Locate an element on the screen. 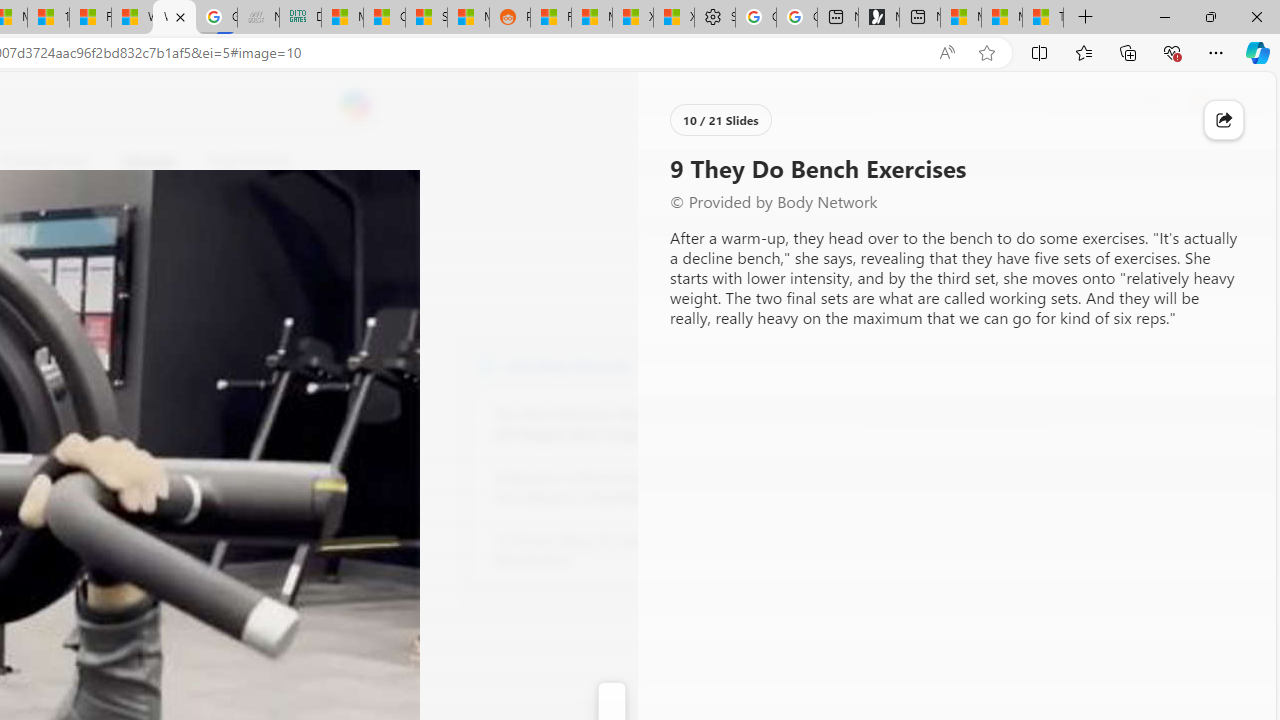  'Class: at-item immersive' is located at coordinates (1223, 120).